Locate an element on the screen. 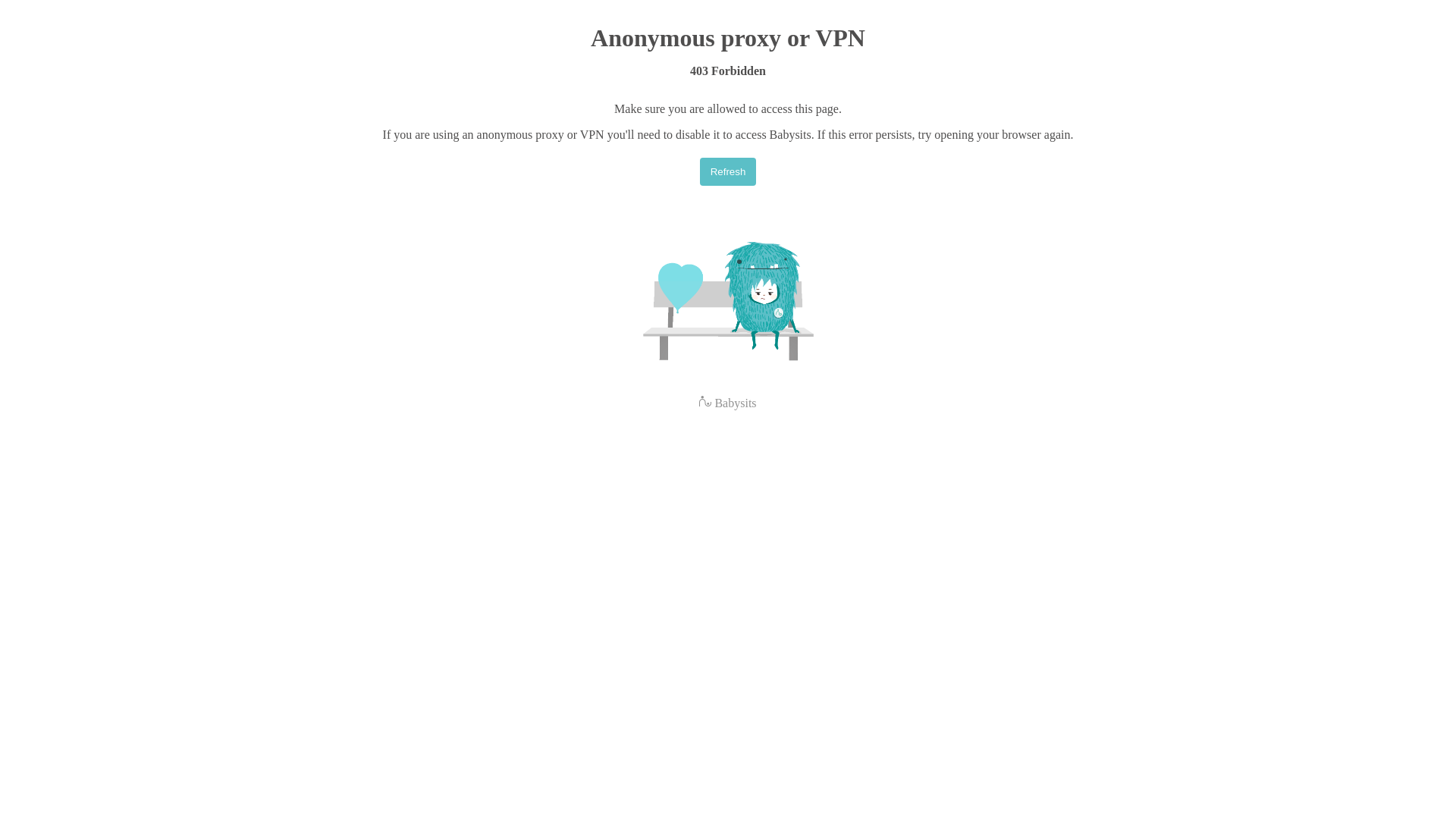 The image size is (1456, 819). 'Refresh' is located at coordinates (698, 171).